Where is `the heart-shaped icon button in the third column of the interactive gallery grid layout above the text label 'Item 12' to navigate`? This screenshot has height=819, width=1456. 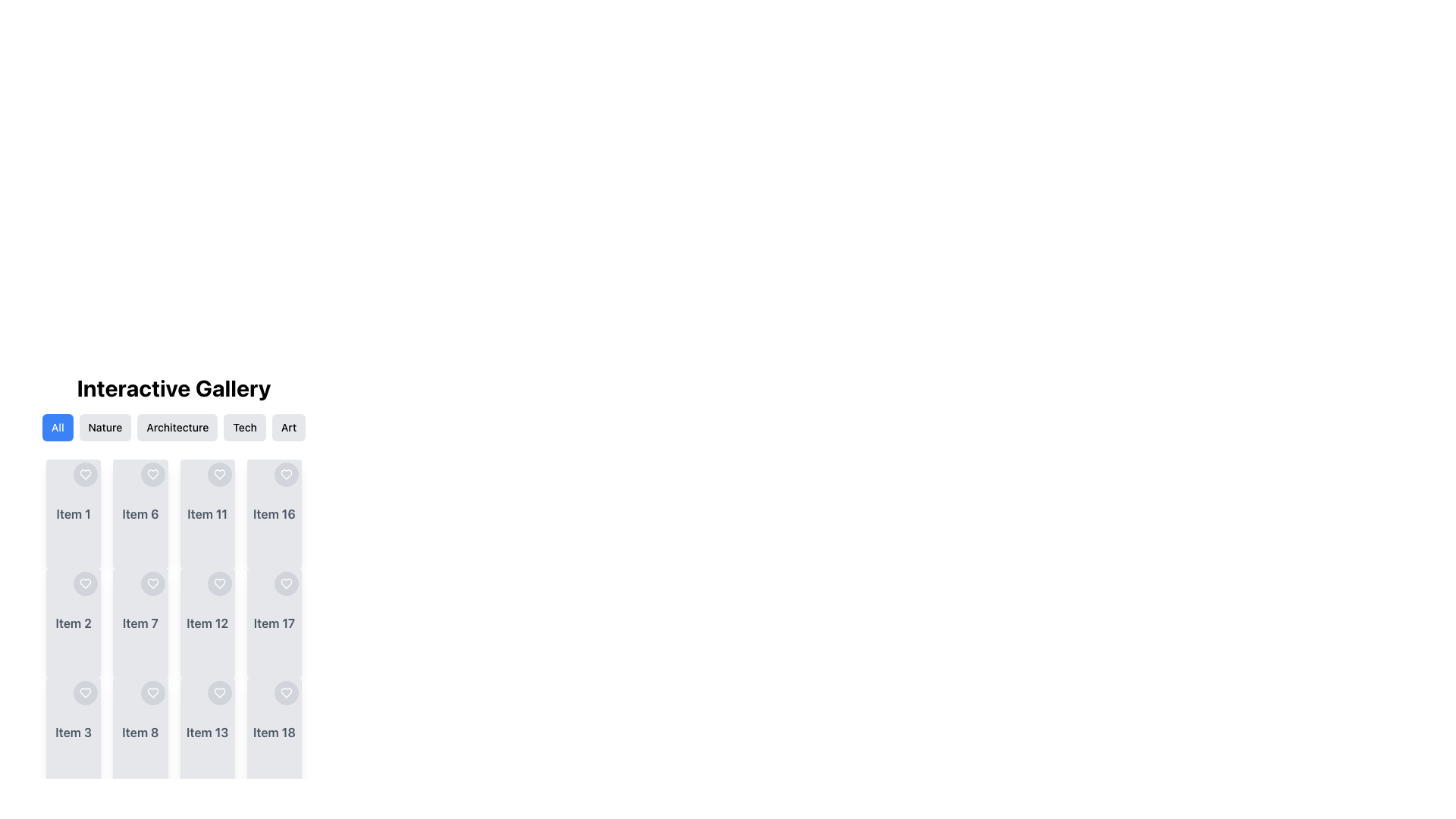 the heart-shaped icon button in the third column of the interactive gallery grid layout above the text label 'Item 12' to navigate is located at coordinates (218, 583).